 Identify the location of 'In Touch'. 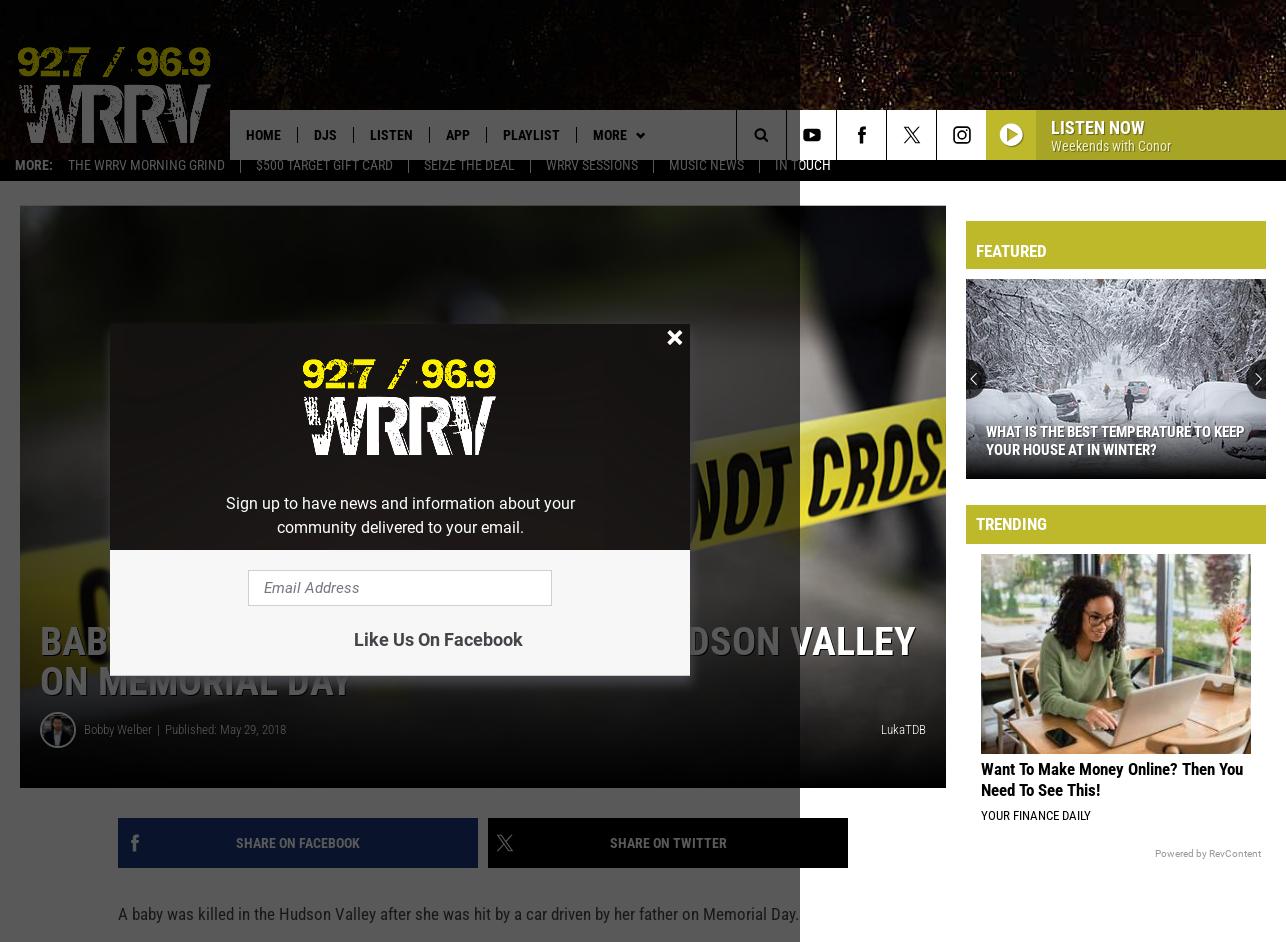
(802, 174).